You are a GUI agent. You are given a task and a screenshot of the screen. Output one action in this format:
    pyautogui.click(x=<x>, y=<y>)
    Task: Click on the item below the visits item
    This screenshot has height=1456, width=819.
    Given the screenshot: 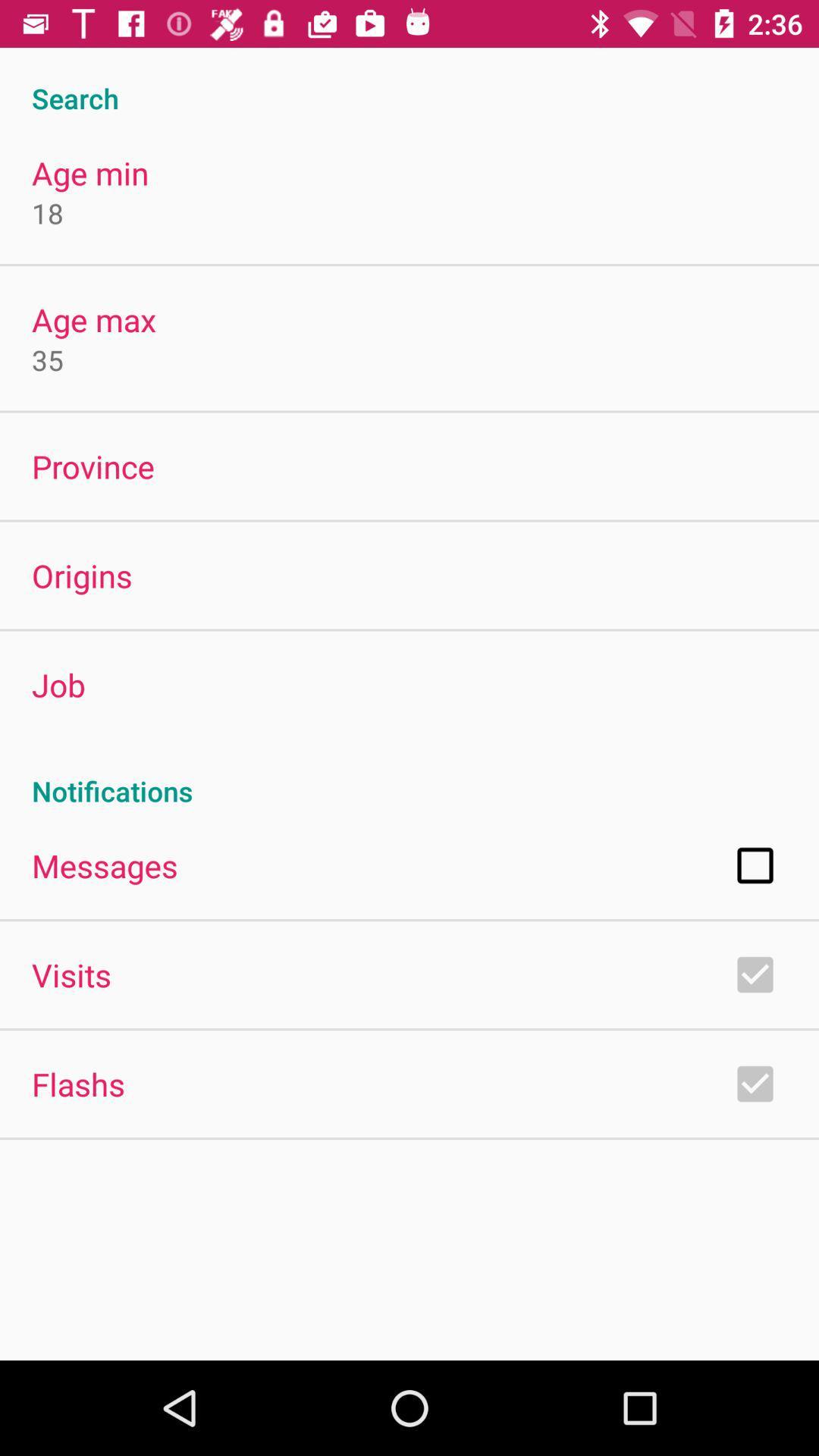 What is the action you would take?
    pyautogui.click(x=78, y=1083)
    